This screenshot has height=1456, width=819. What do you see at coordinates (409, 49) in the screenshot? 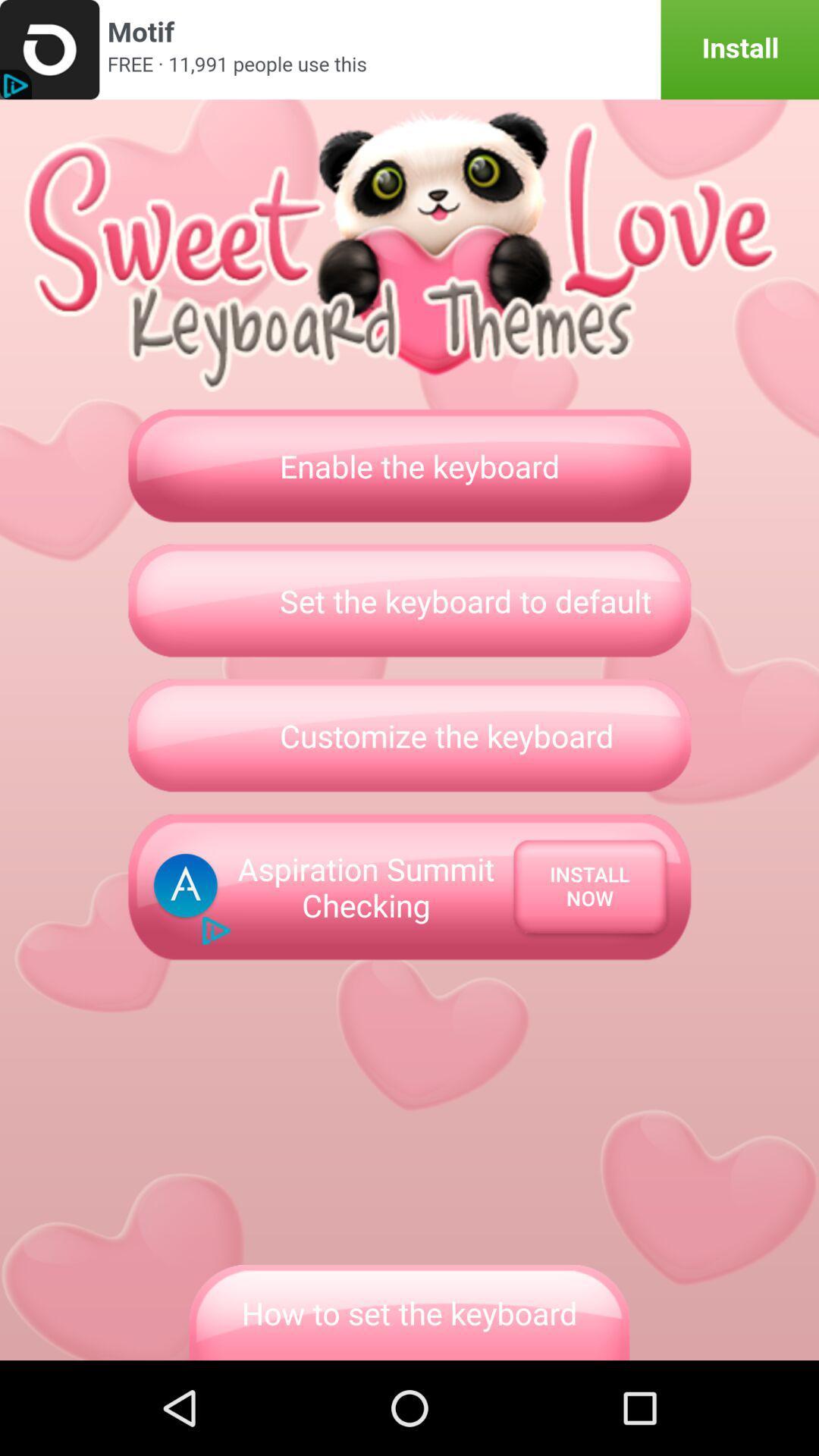
I see `click install` at bounding box center [409, 49].